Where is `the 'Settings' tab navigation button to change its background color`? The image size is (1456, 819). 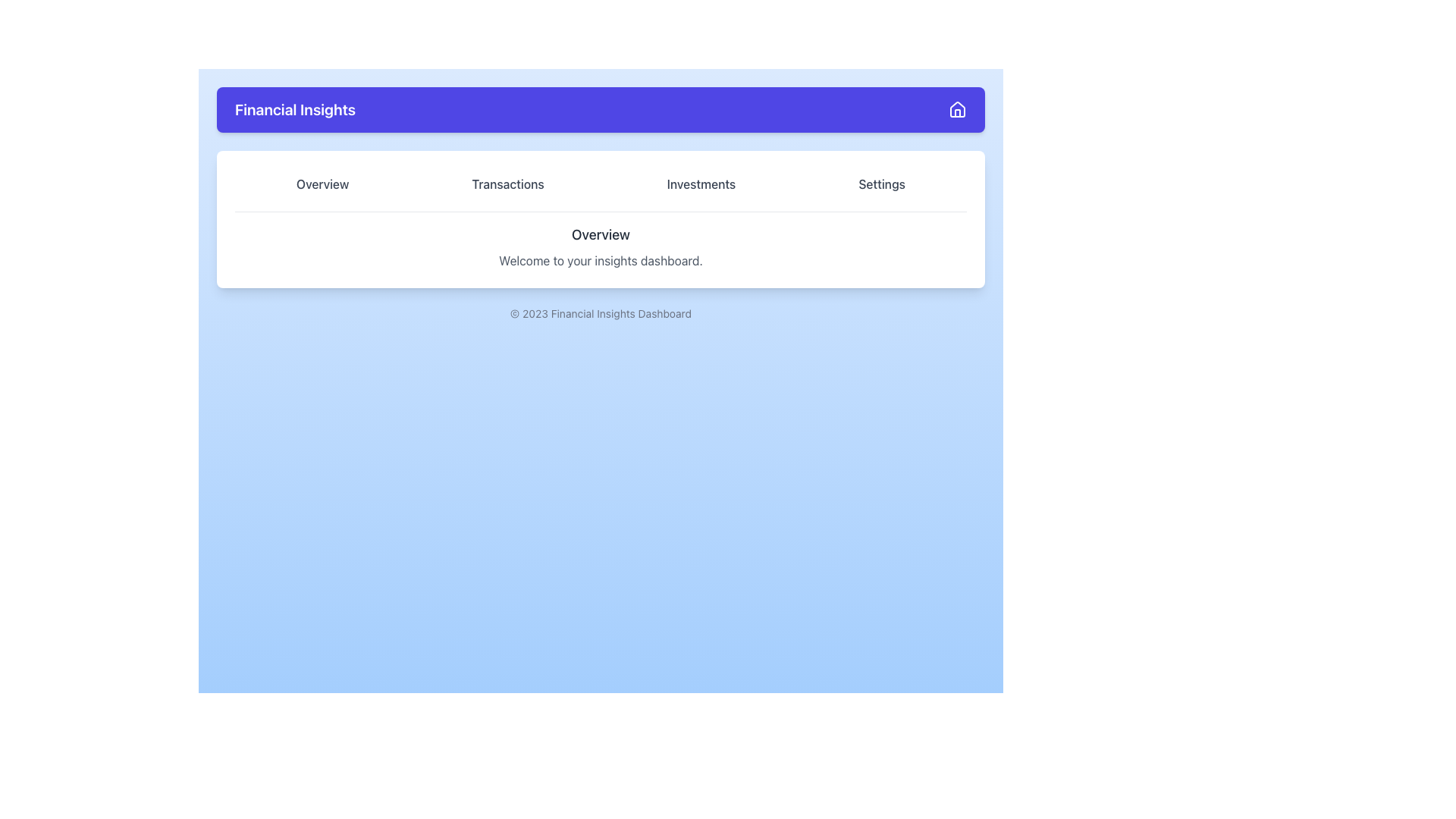 the 'Settings' tab navigation button to change its background color is located at coordinates (882, 184).